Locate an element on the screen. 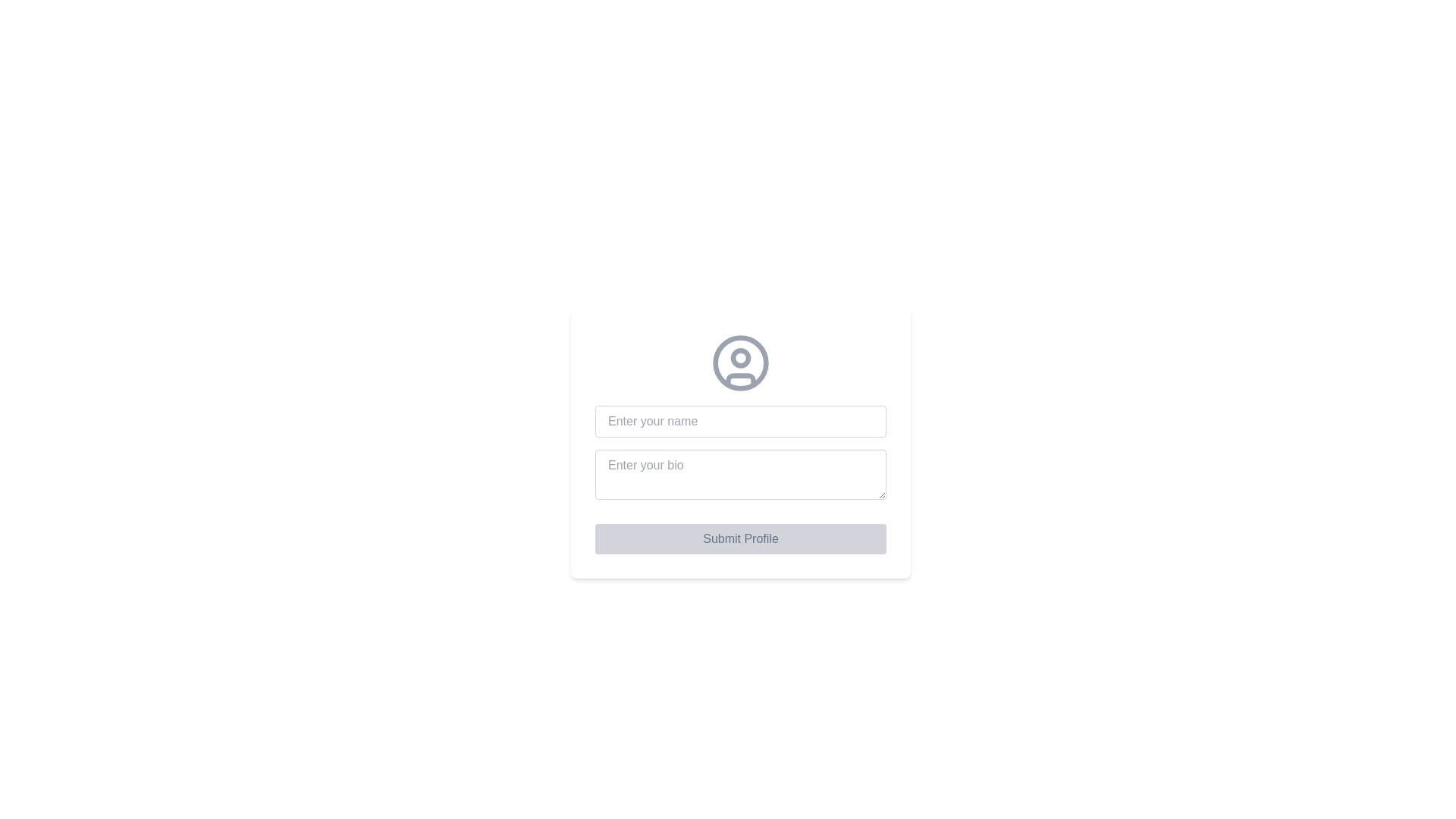 This screenshot has height=819, width=1456. the circular outline of the user profile icon, which serves as a placeholder or avatar, located centrally above the input fields for 'Enter your name' and 'Enter your bio.' is located at coordinates (741, 362).